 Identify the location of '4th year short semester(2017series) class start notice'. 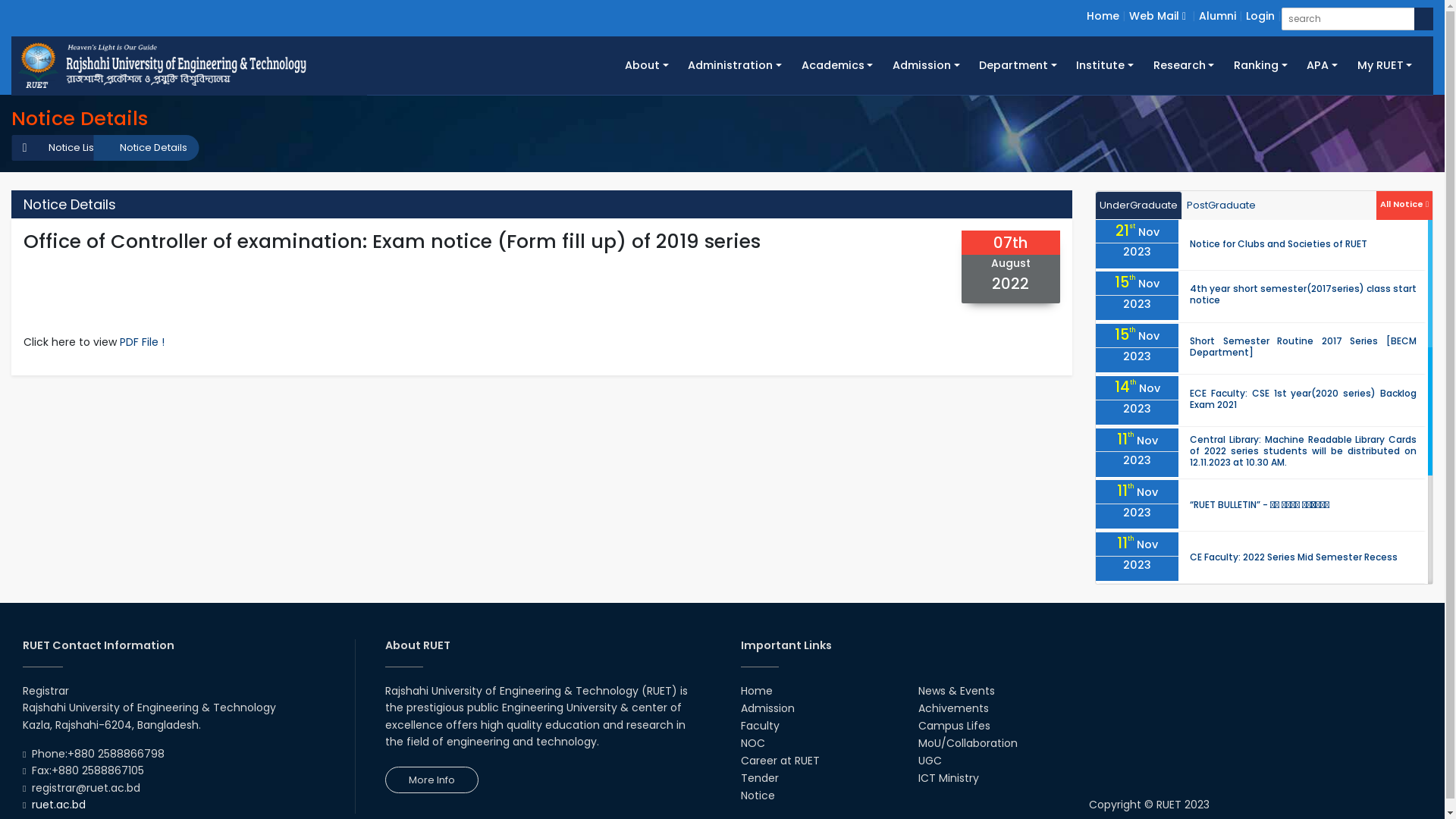
(1302, 294).